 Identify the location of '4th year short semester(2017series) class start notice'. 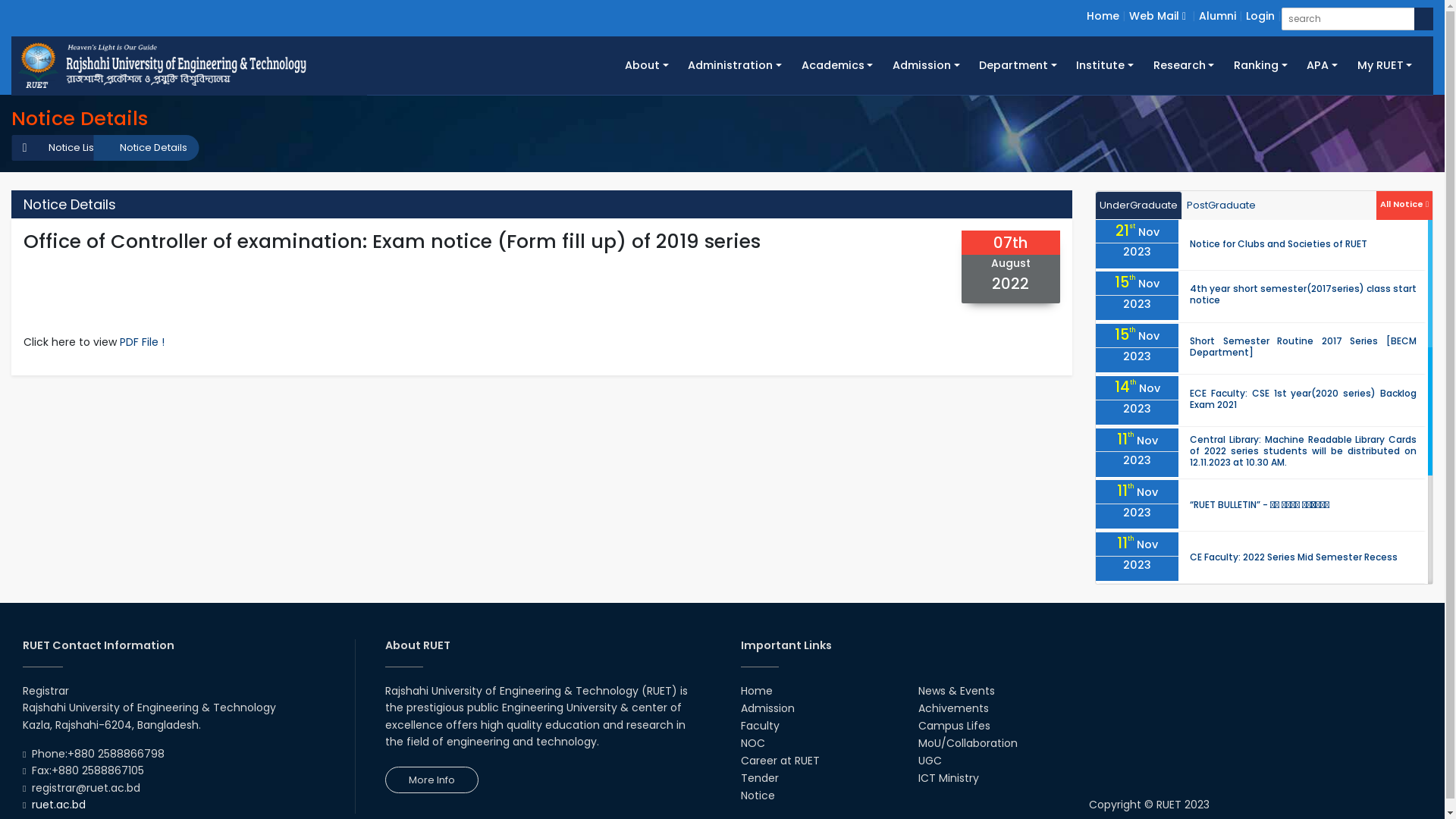
(1302, 294).